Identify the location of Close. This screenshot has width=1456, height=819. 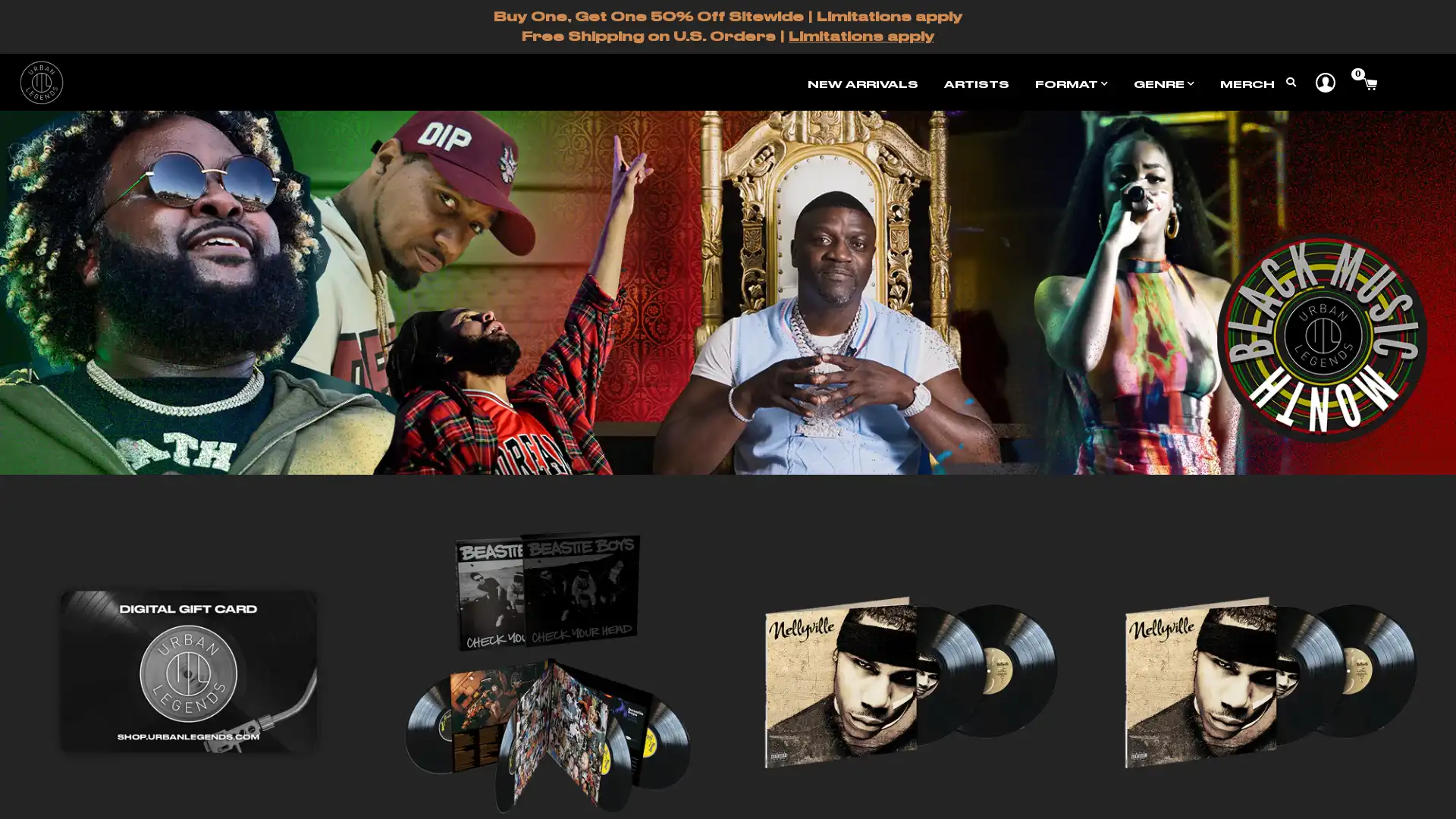
(855, 108).